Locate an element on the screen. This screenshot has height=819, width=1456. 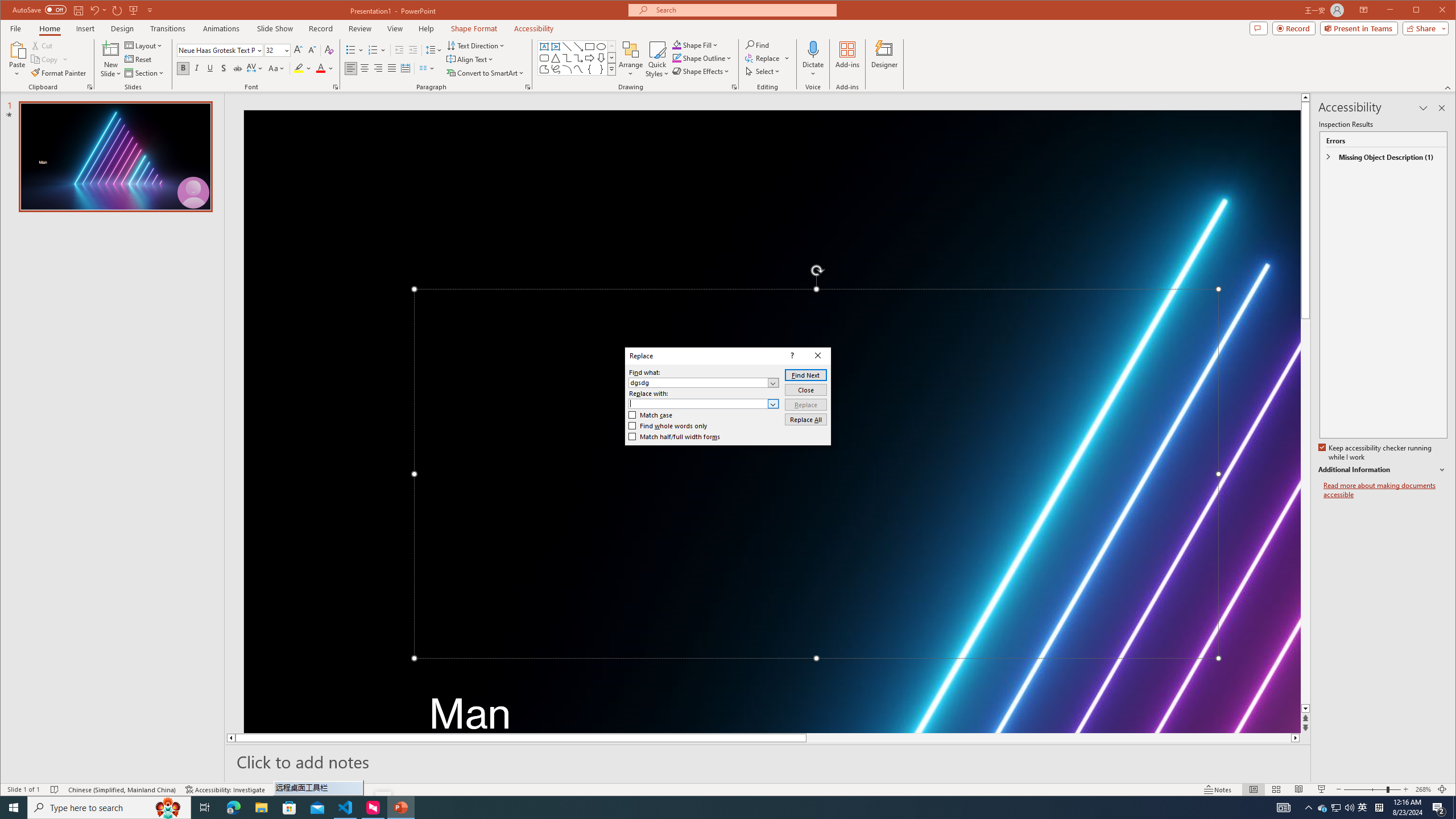
'Find Next' is located at coordinates (805, 374).